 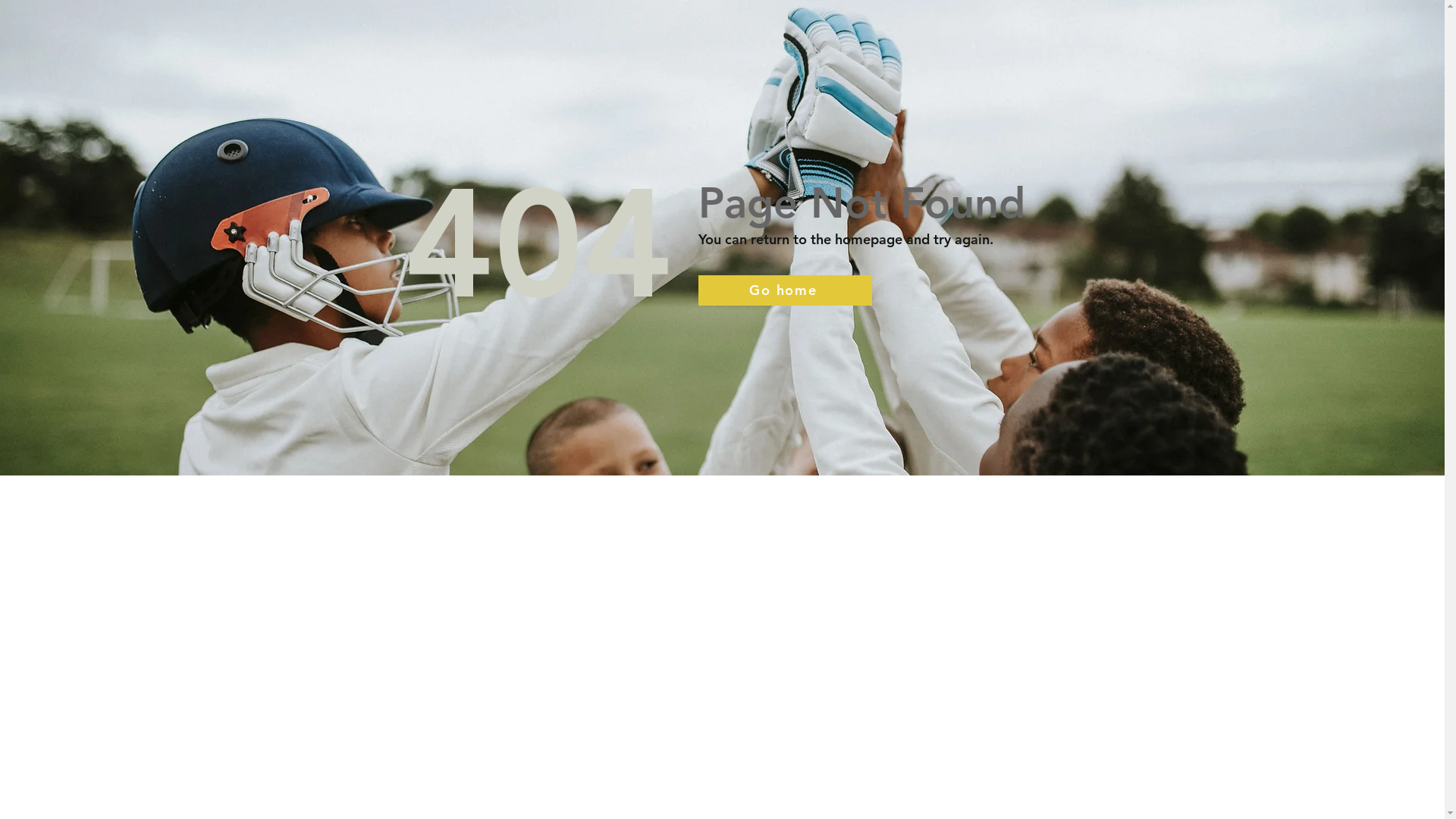 I want to click on 'Go home', so click(x=697, y=290).